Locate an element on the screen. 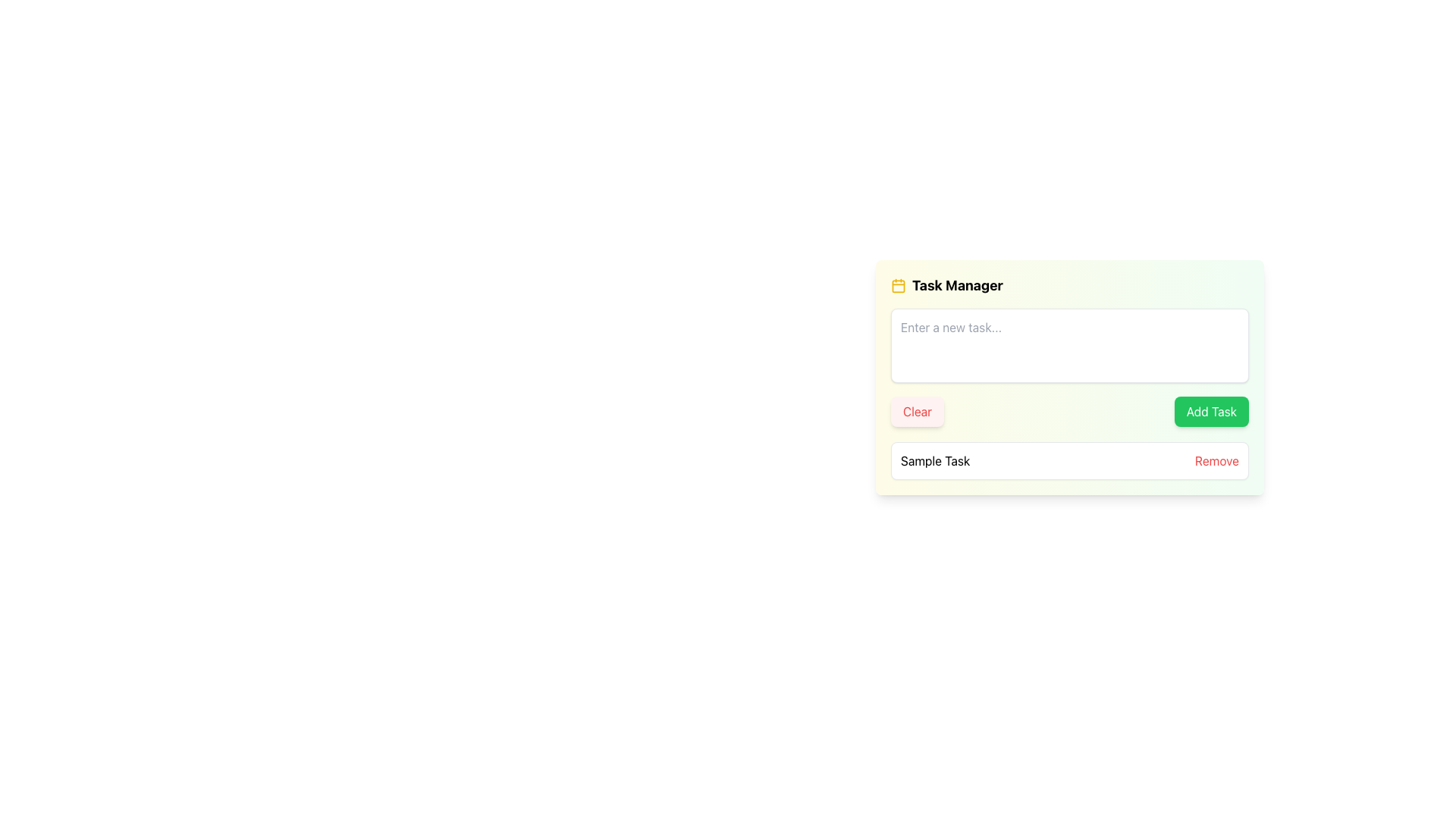 Image resolution: width=1456 pixels, height=819 pixels. the 'Add Task' button is located at coordinates (1210, 412).